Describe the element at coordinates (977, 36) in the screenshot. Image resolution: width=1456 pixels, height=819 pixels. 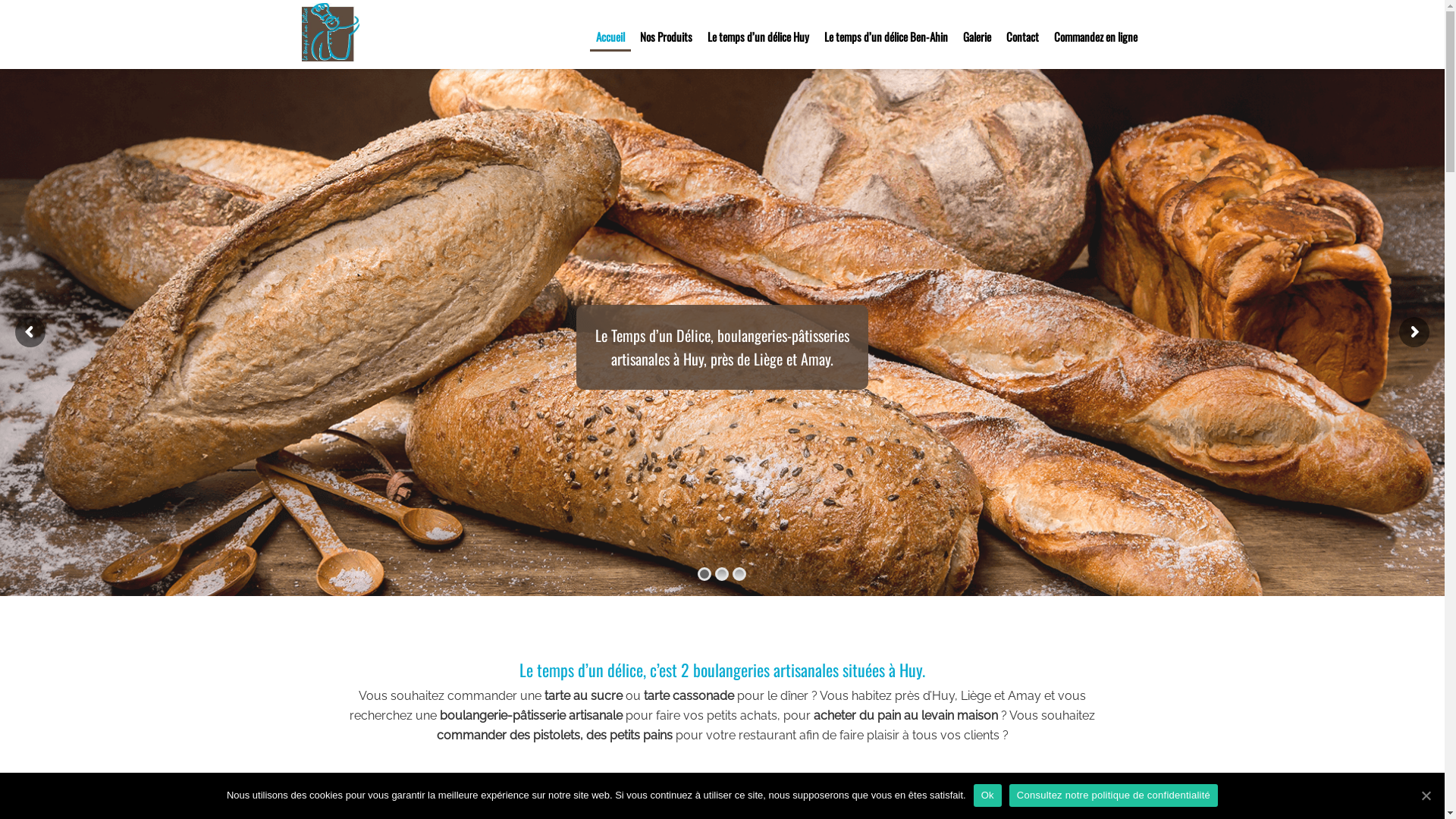
I see `'Galerie'` at that location.